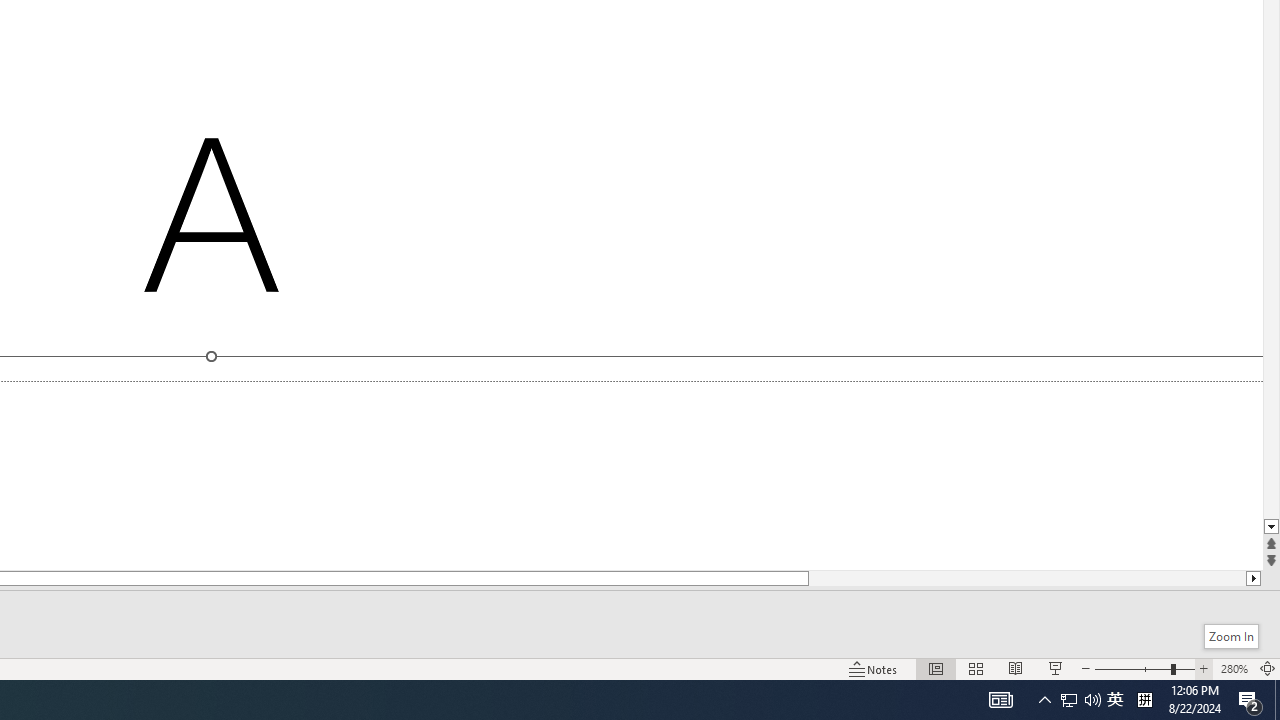 The image size is (1280, 720). Describe the element at coordinates (1233, 669) in the screenshot. I see `'Zoom 280%'` at that location.